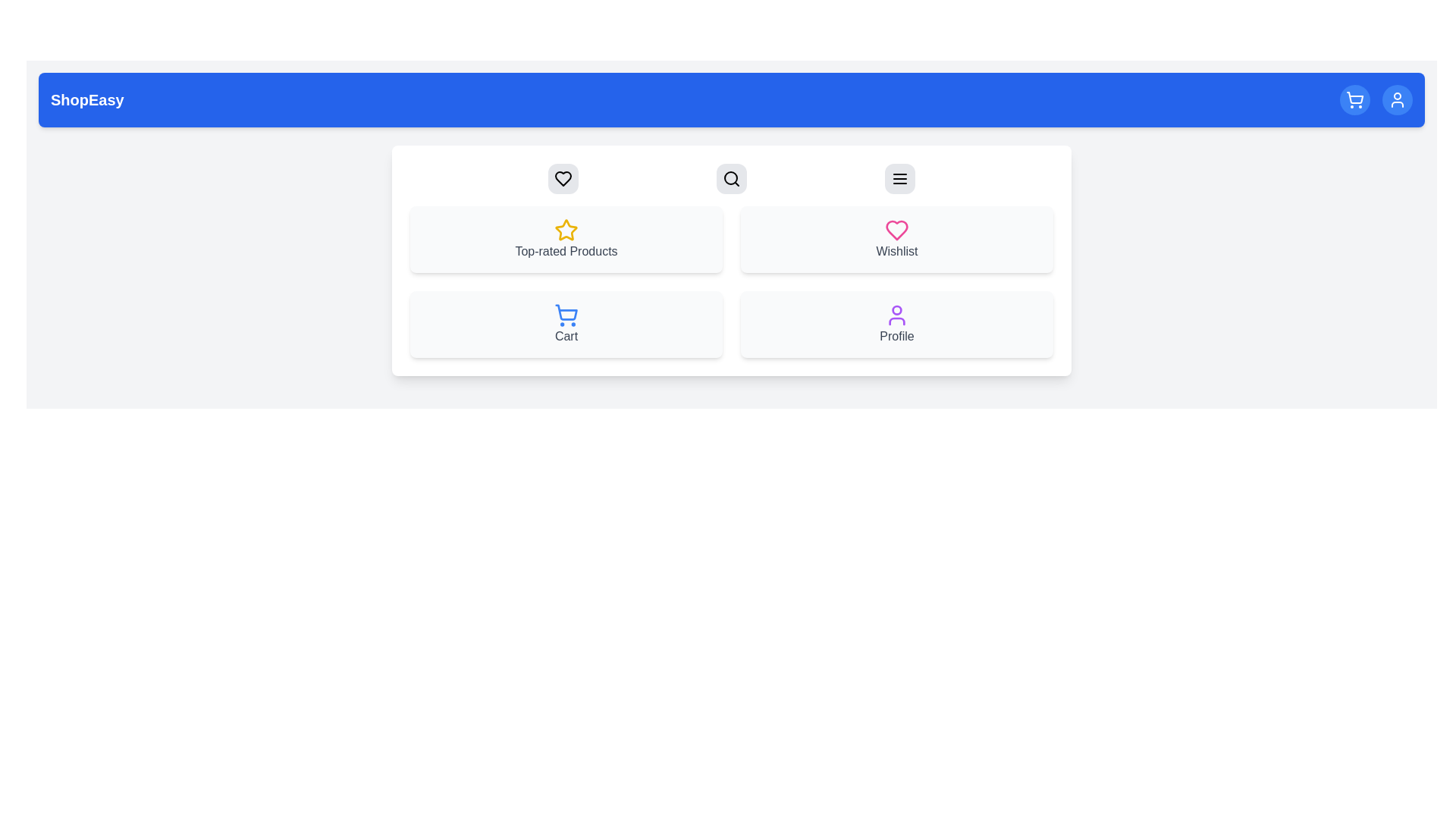 The image size is (1456, 819). I want to click on the pink heart icon located in the 'Wishlist' section, centered above the 'Wishlist' text label, which represents a 'like' or 'favorite' function, so click(896, 231).